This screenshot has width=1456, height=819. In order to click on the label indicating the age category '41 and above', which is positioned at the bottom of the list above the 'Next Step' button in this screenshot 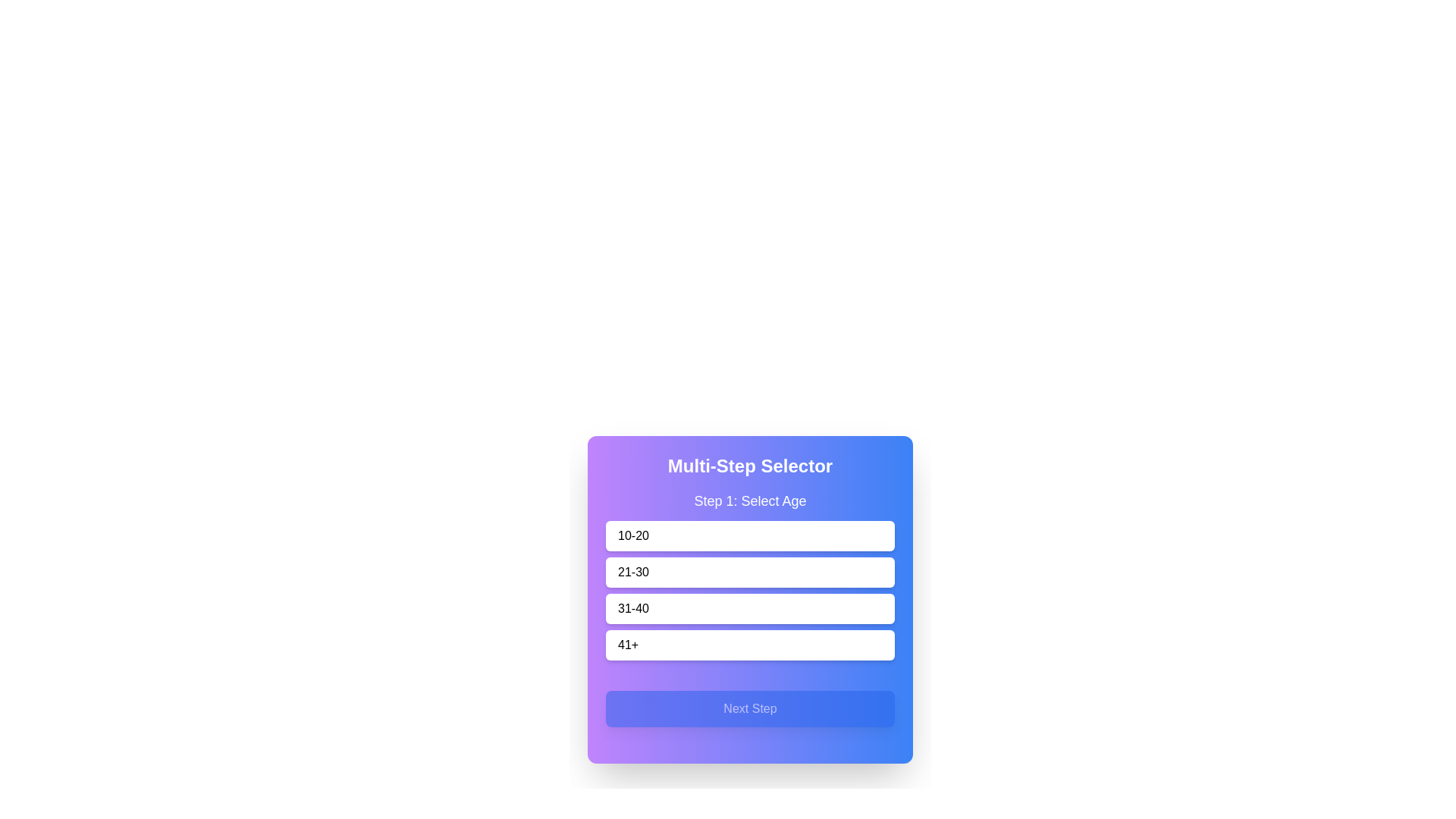, I will do `click(628, 645)`.